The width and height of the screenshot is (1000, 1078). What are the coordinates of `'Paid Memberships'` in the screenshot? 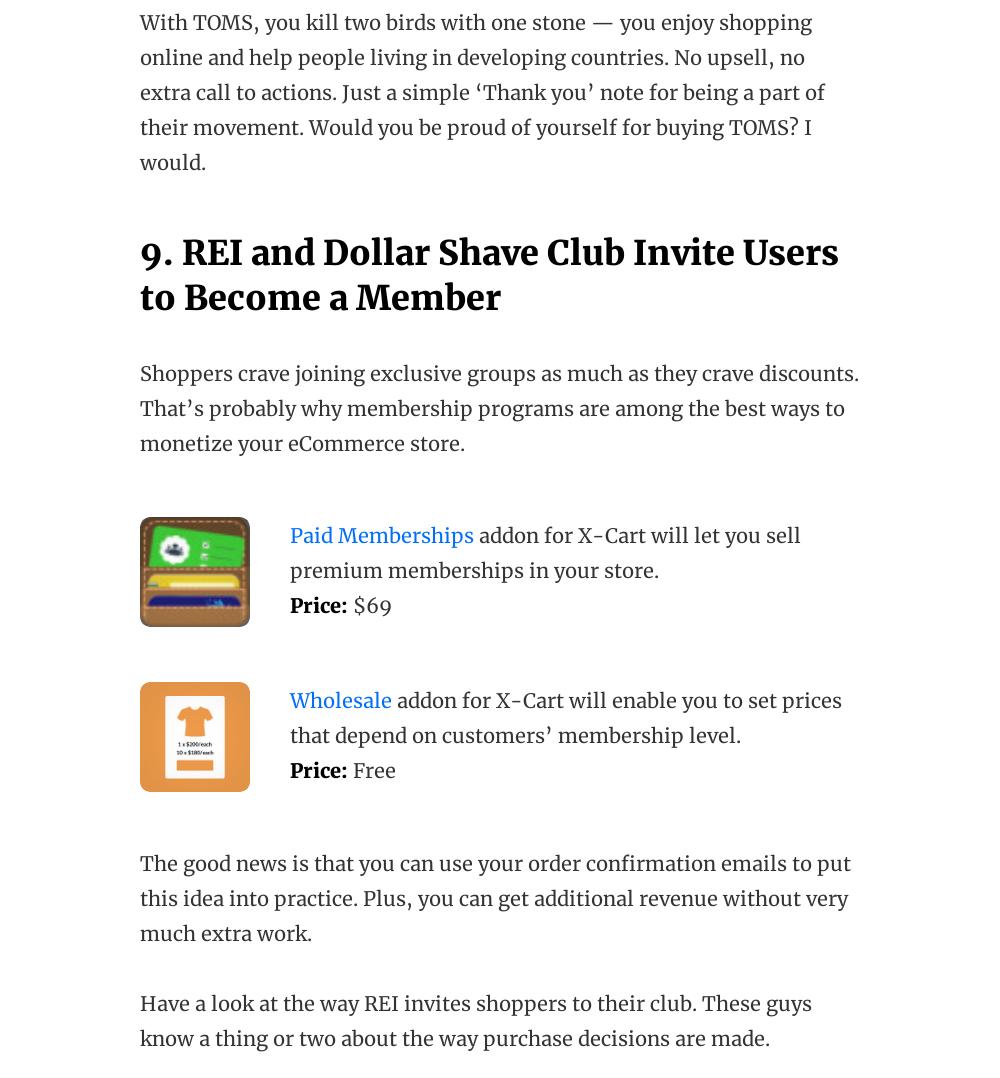 It's located at (382, 535).